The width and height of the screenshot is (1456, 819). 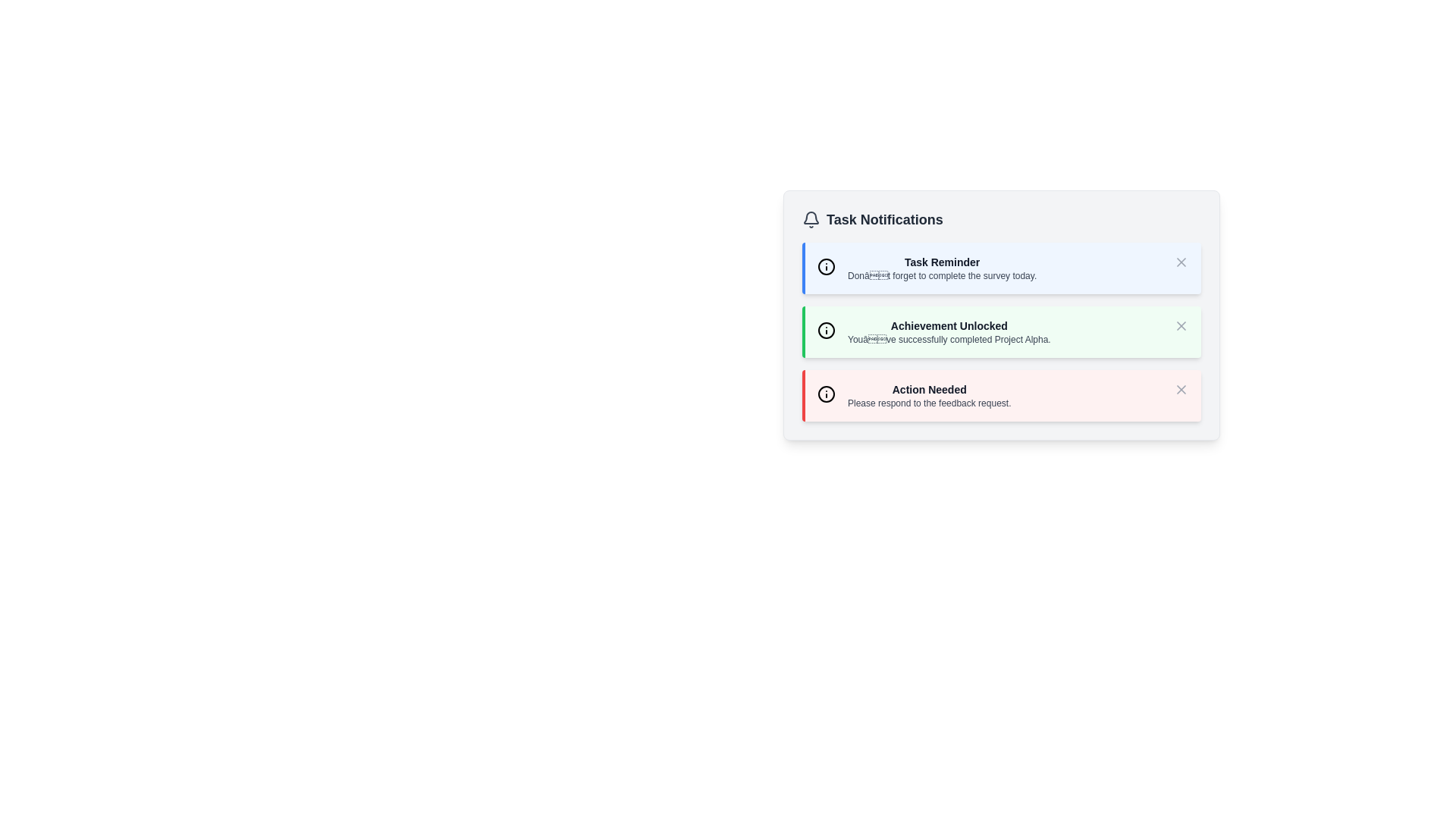 What do you see at coordinates (1181, 262) in the screenshot?
I see `the small X icon in the top-right corner of the first notification card` at bounding box center [1181, 262].